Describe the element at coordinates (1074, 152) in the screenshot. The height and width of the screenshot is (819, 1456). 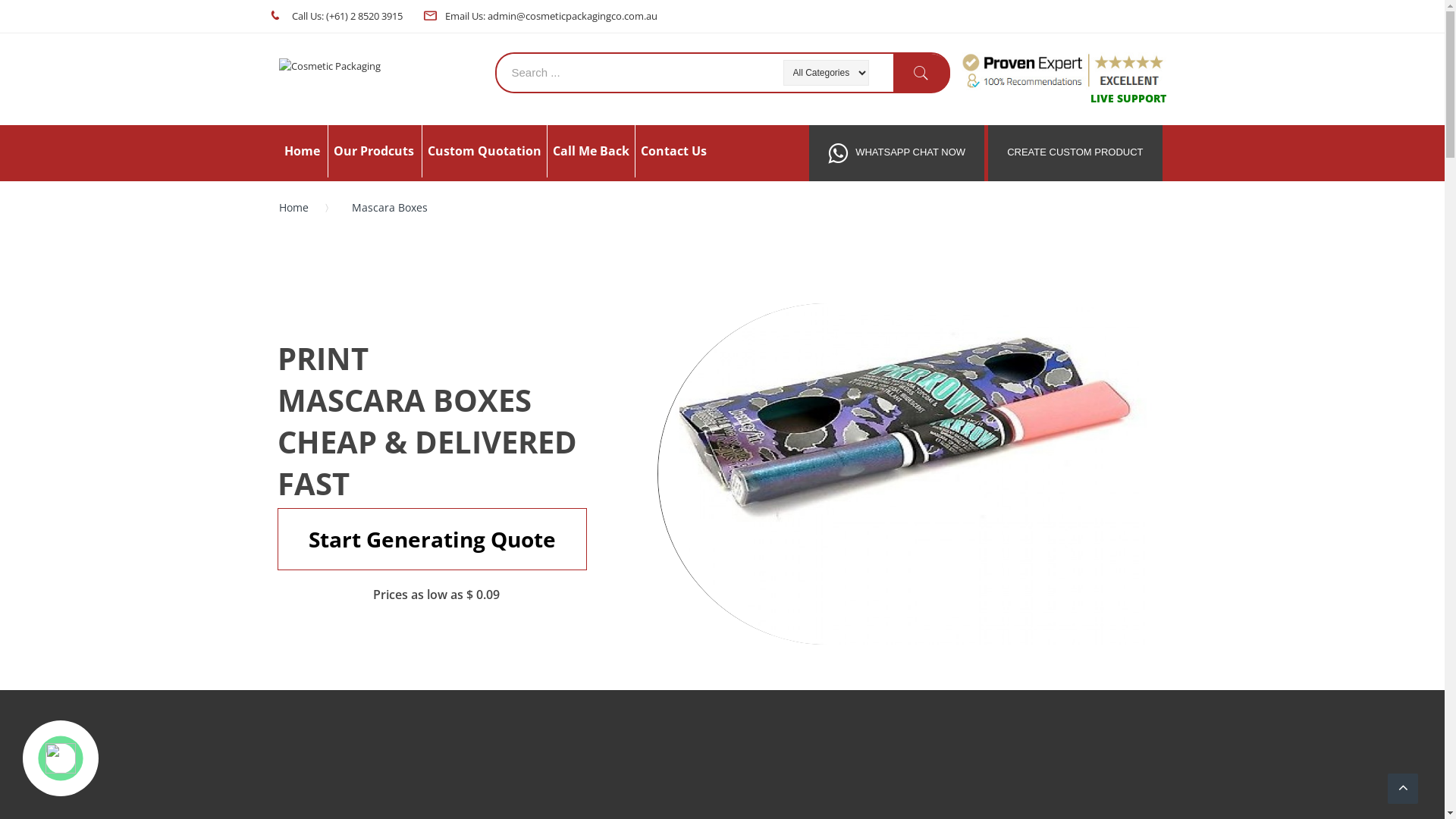
I see `'CREATE CUSTOM PRODUCT'` at that location.